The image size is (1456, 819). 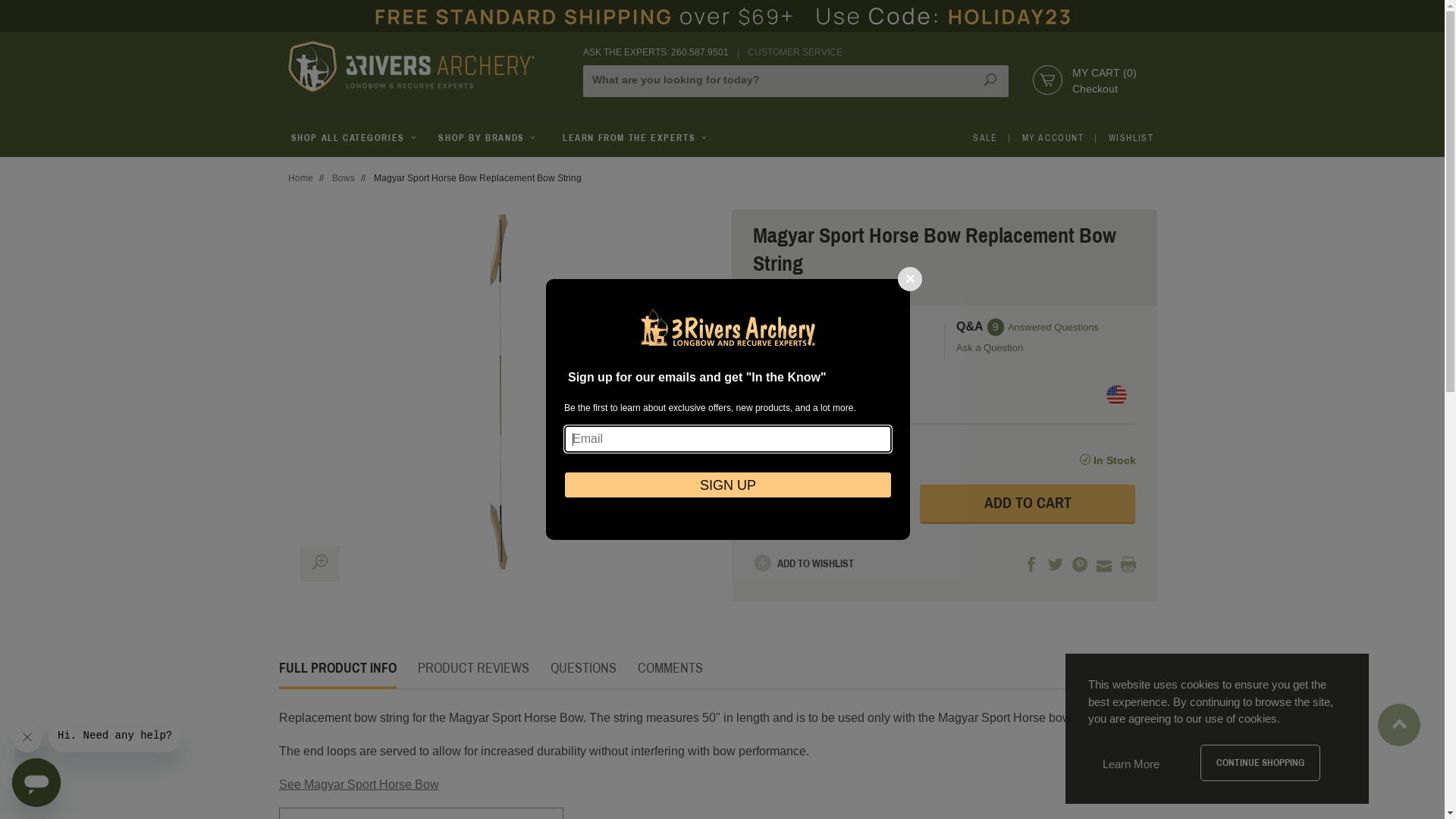 I want to click on 'Made in the US', so click(x=1116, y=394).